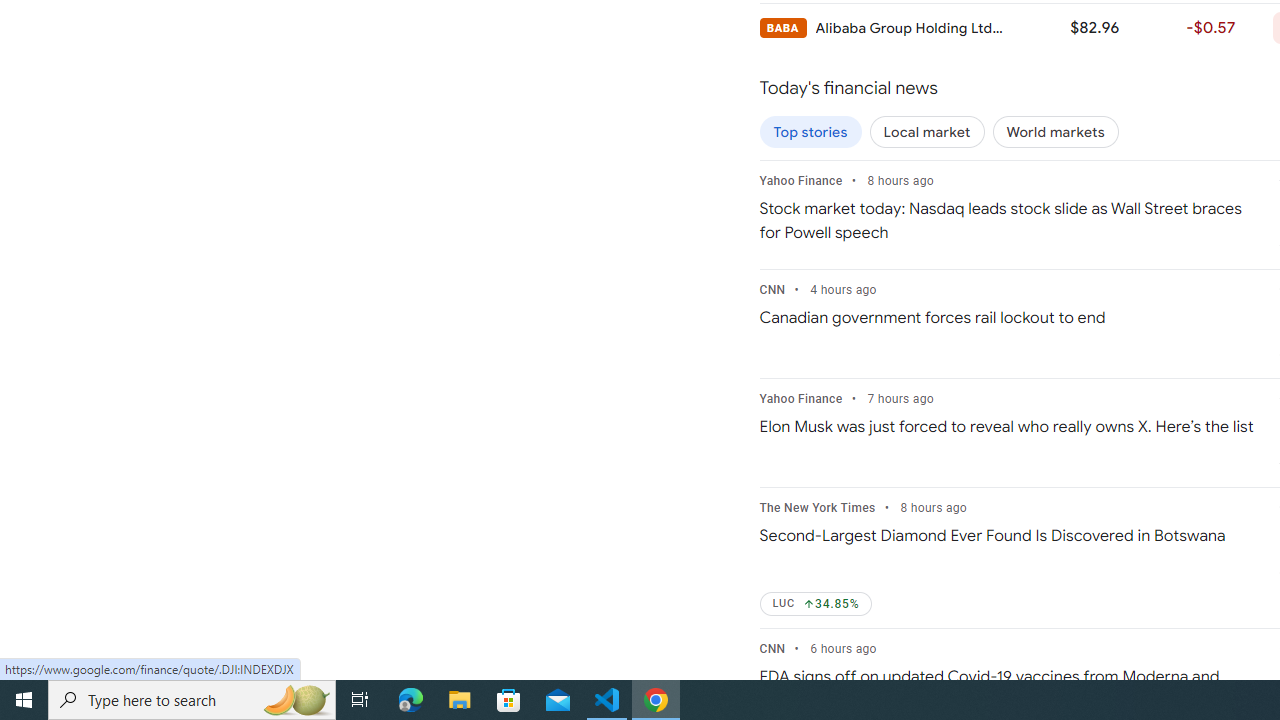 This screenshot has width=1280, height=720. Describe the element at coordinates (816, 603) in the screenshot. I see `'LUC Up by 34.85%'` at that location.